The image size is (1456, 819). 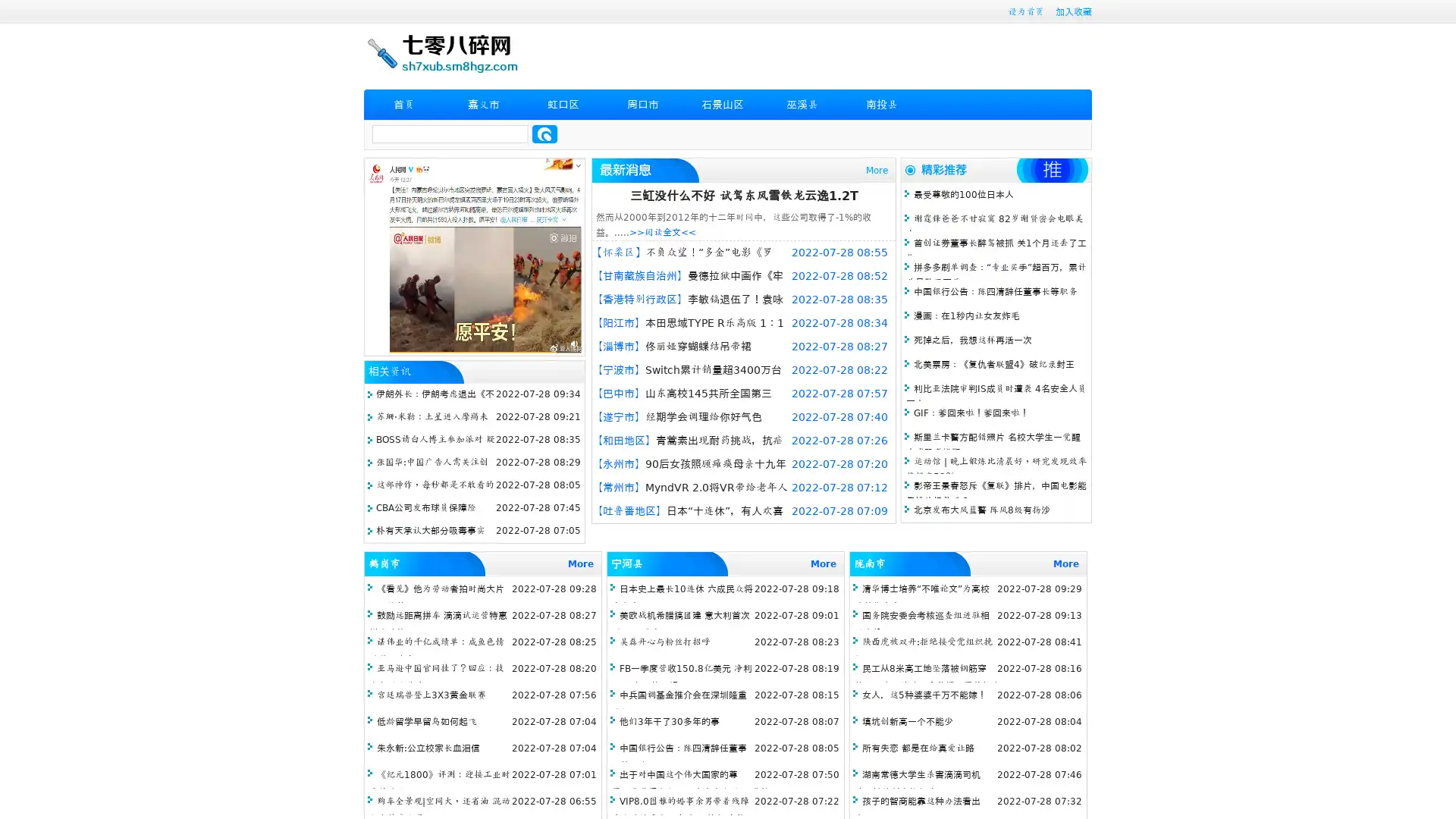 I want to click on Search, so click(x=544, y=133).